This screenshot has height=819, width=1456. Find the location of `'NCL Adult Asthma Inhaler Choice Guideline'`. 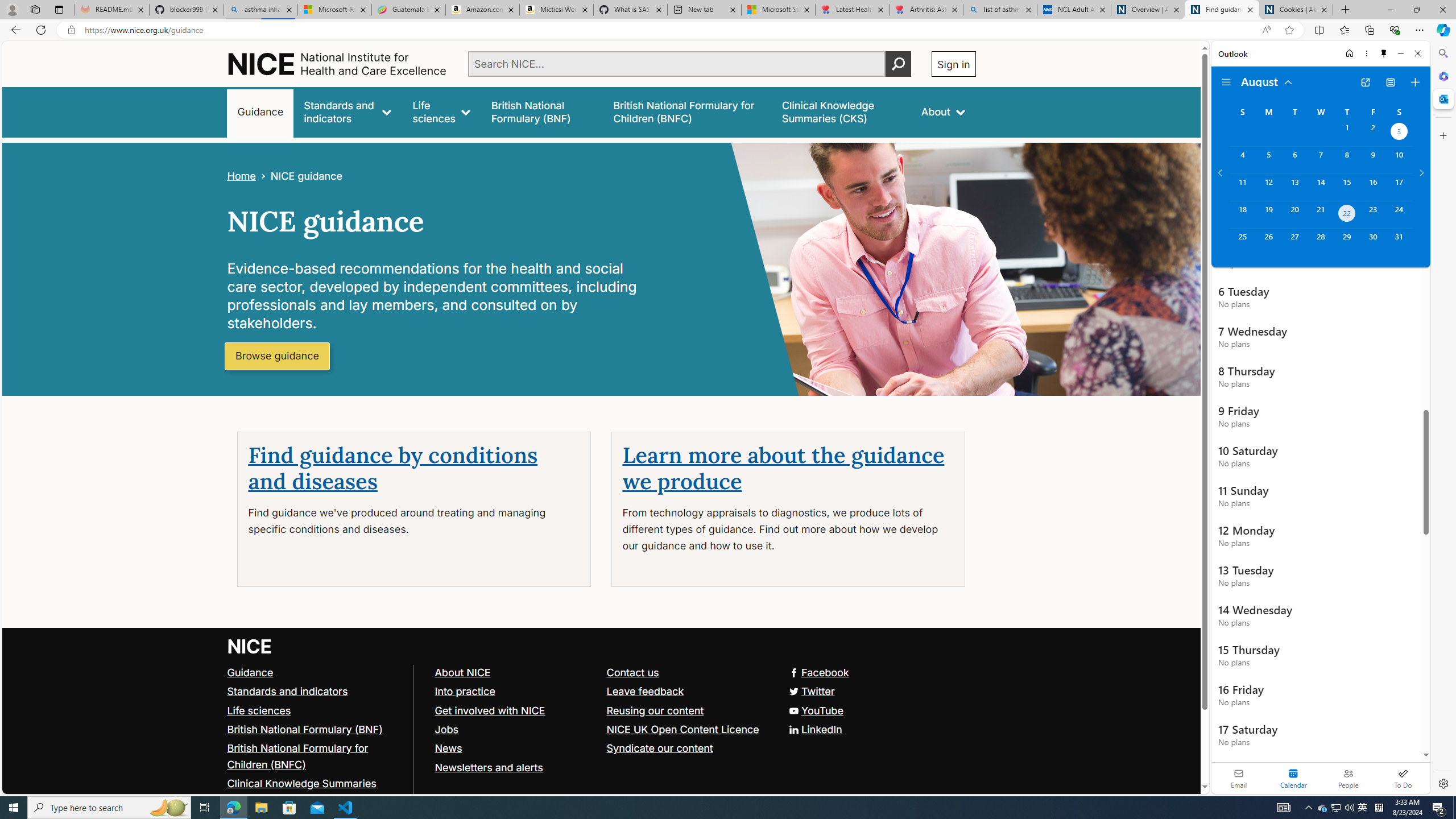

'NCL Adult Asthma Inhaler Choice Guideline' is located at coordinates (1073, 9).